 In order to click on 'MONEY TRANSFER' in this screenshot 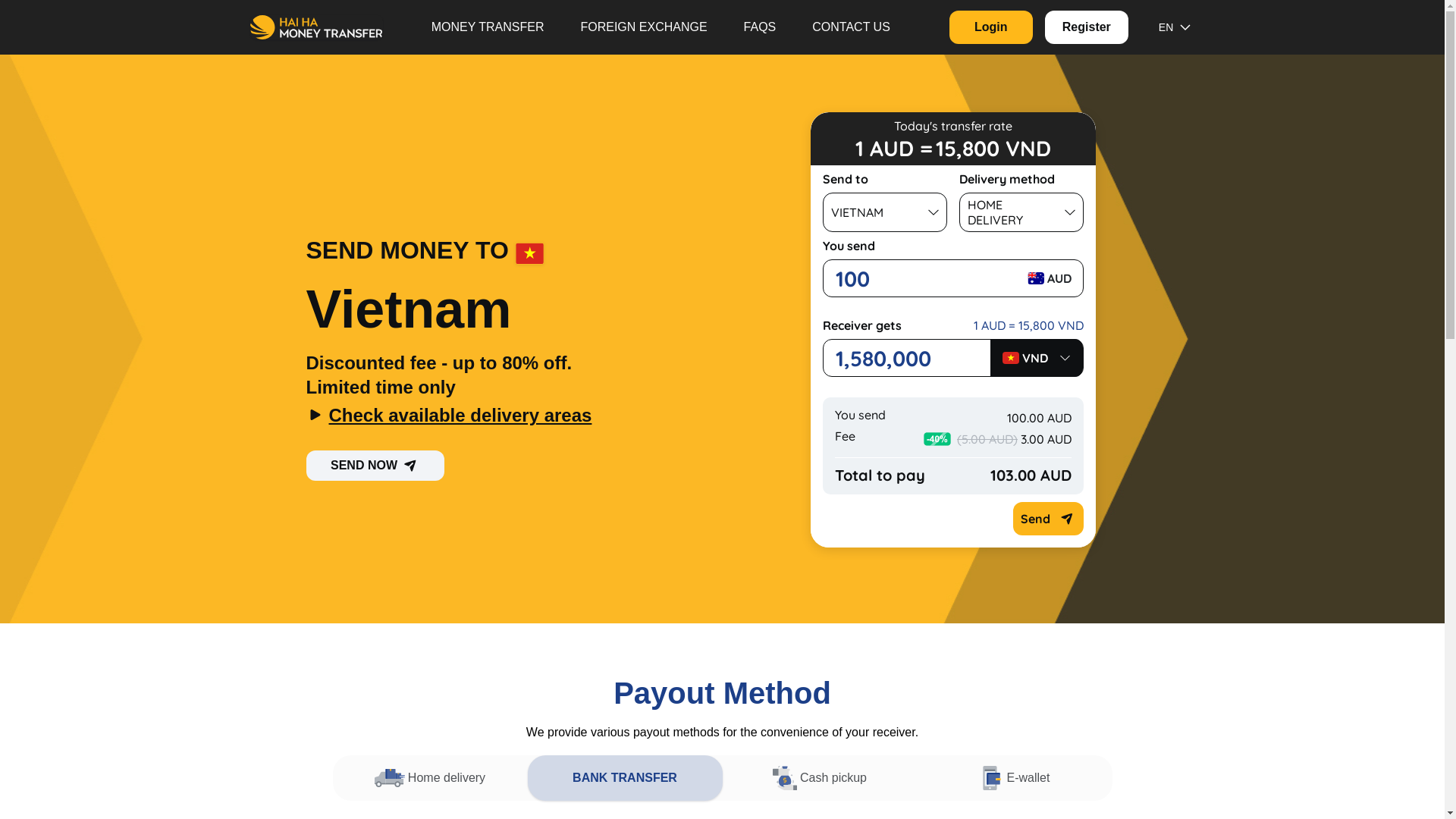, I will do `click(488, 27)`.